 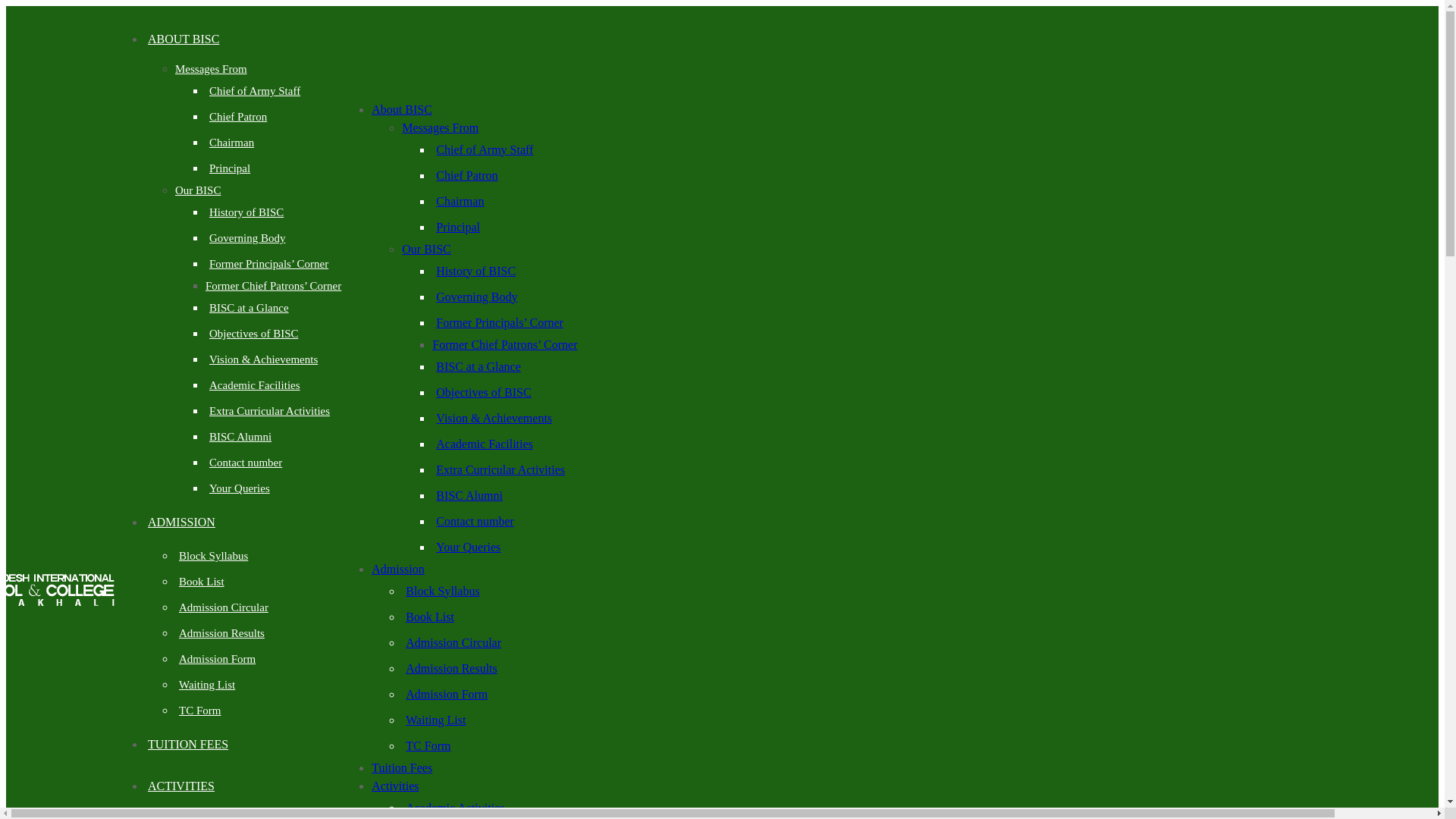 I want to click on 'Activities', so click(x=395, y=785).